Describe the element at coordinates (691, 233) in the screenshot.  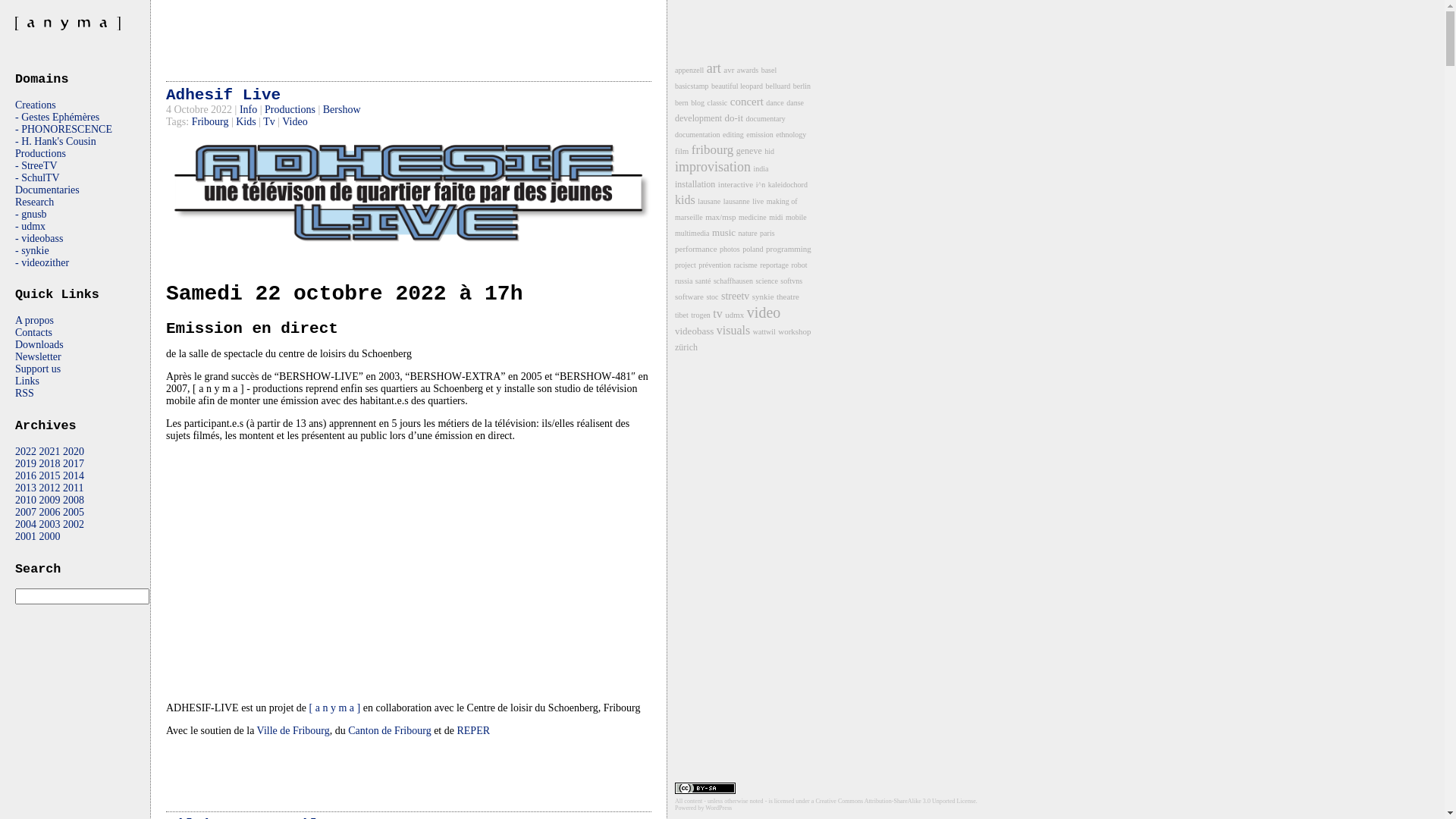
I see `'multimedia'` at that location.